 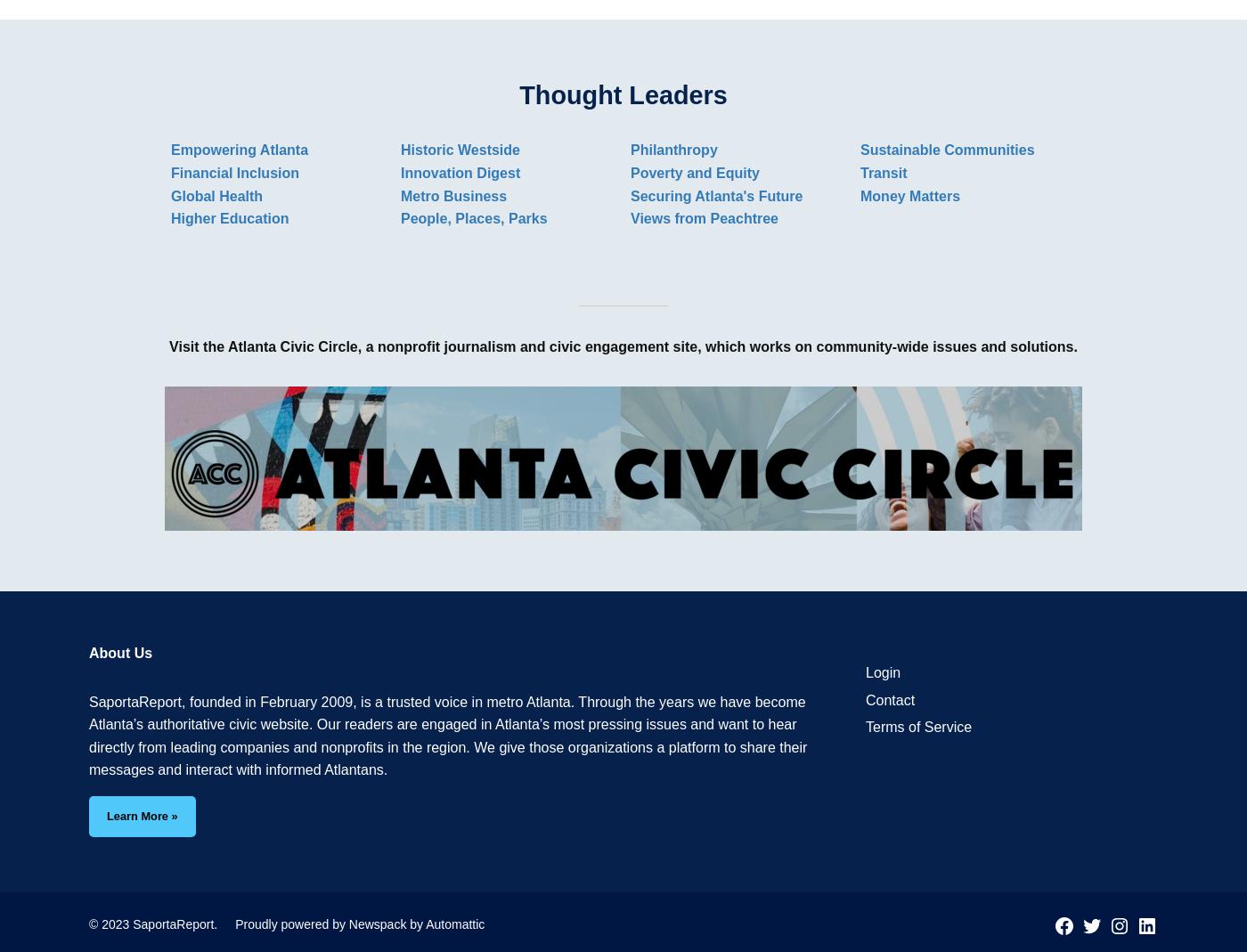 I want to click on '© 2023 SaportaReport.', so click(x=153, y=924).